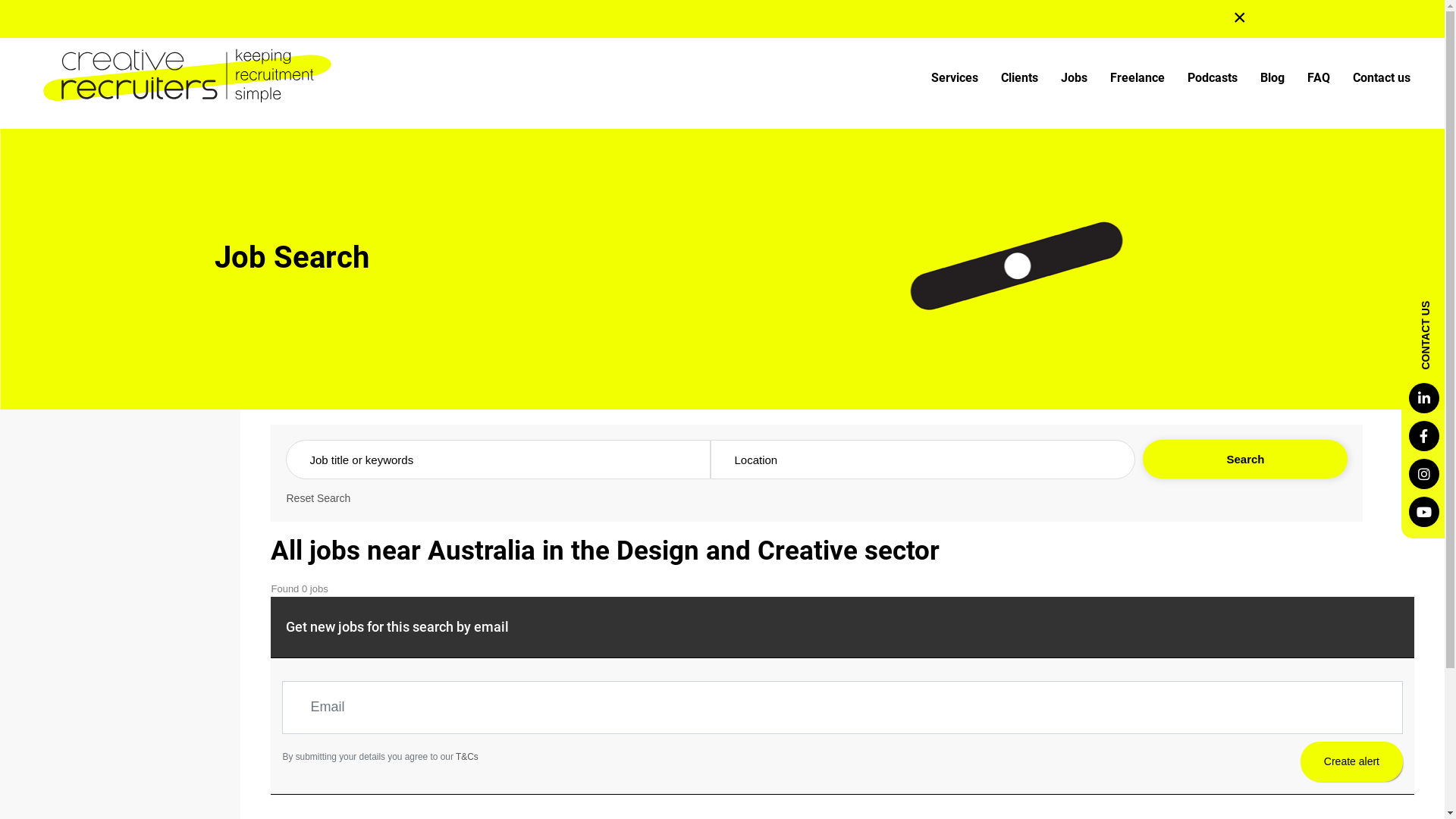  I want to click on 'Youtube', so click(1423, 512).